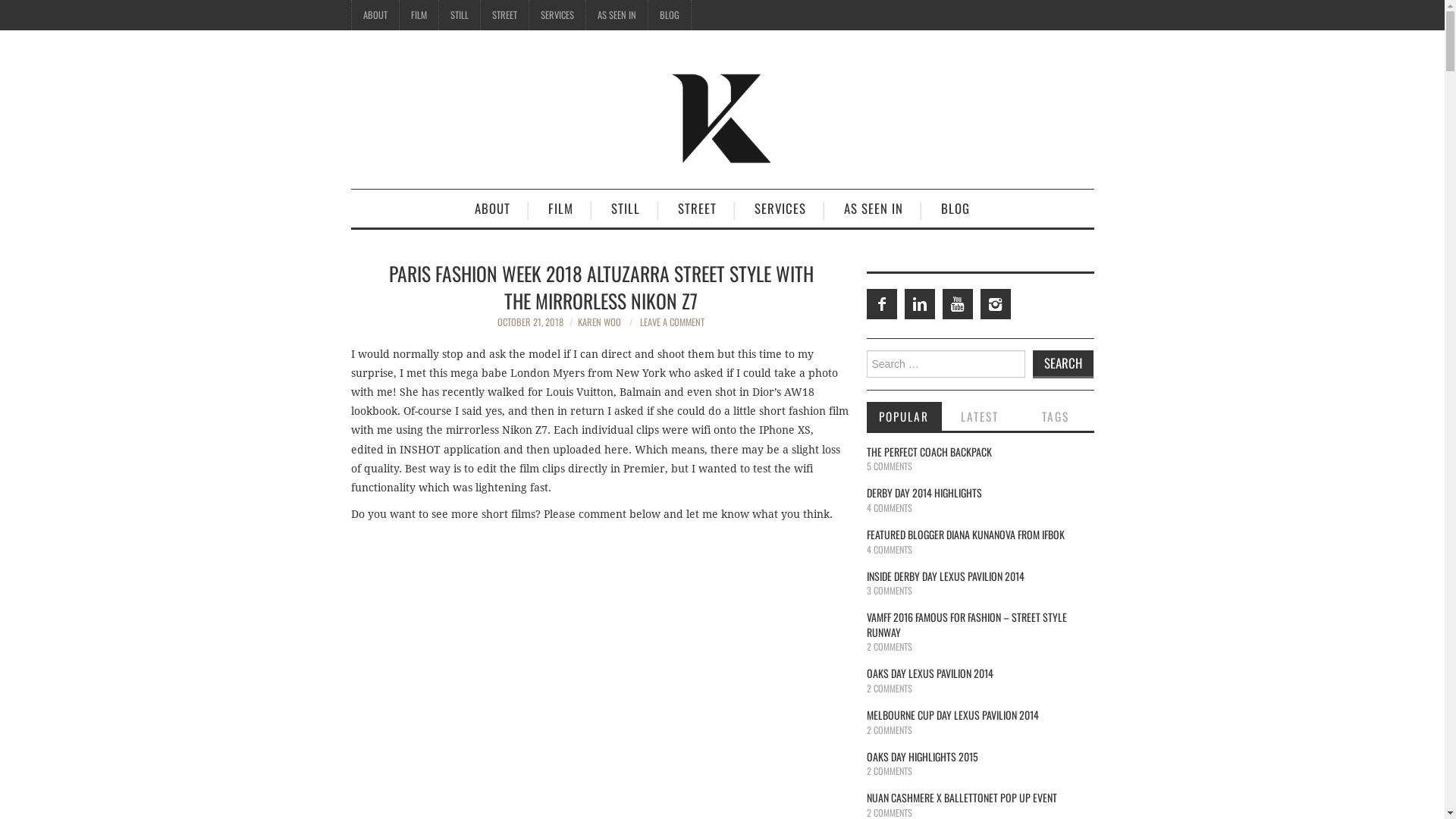  Describe the element at coordinates (960, 796) in the screenshot. I see `'NUAN CASHMERE X BALLETTONET POP UP EVENT'` at that location.